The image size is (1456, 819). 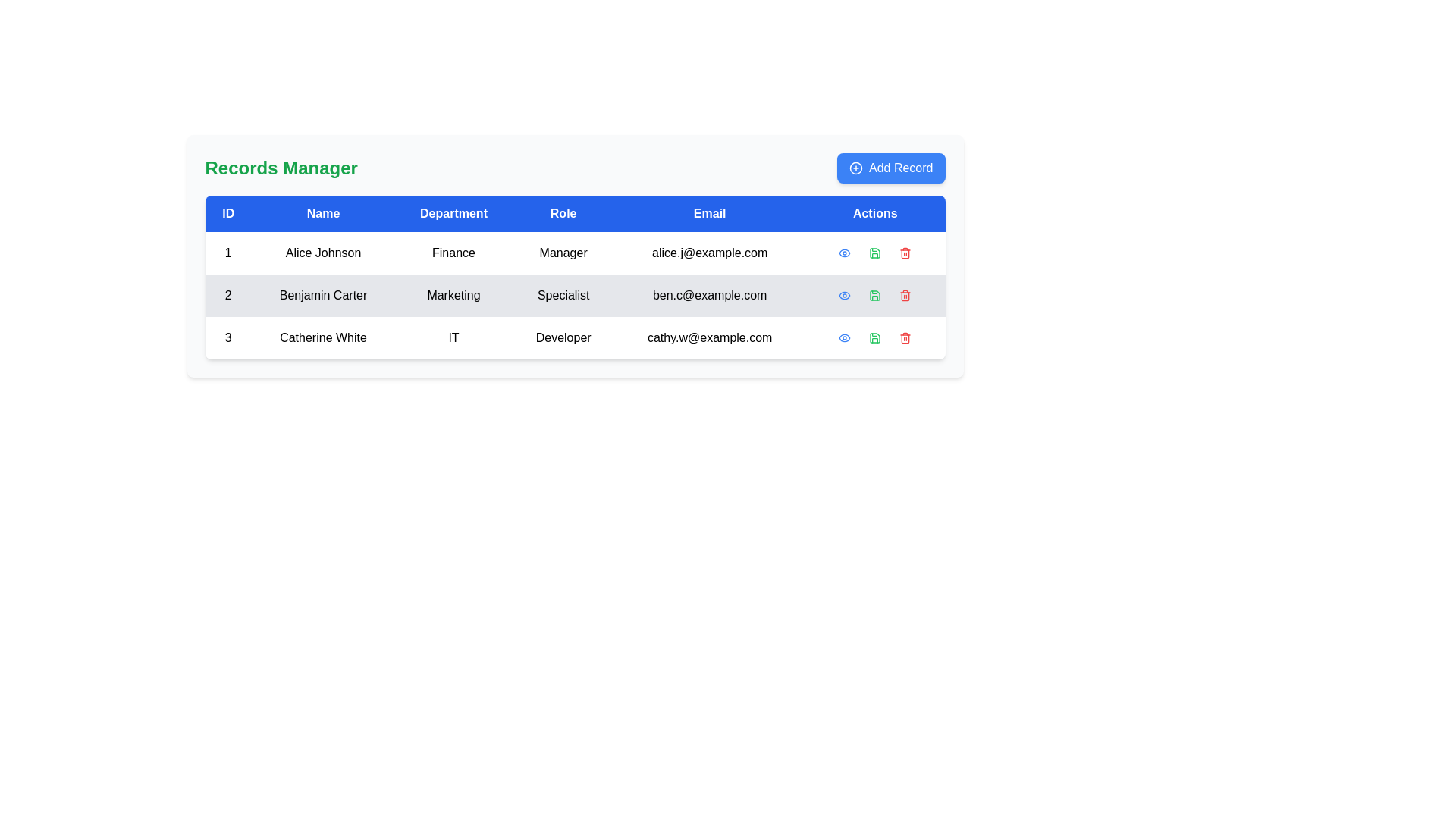 What do you see at coordinates (281, 168) in the screenshot?
I see `the 'Records Manager' text label, which serves as the header for the interface in the current view` at bounding box center [281, 168].